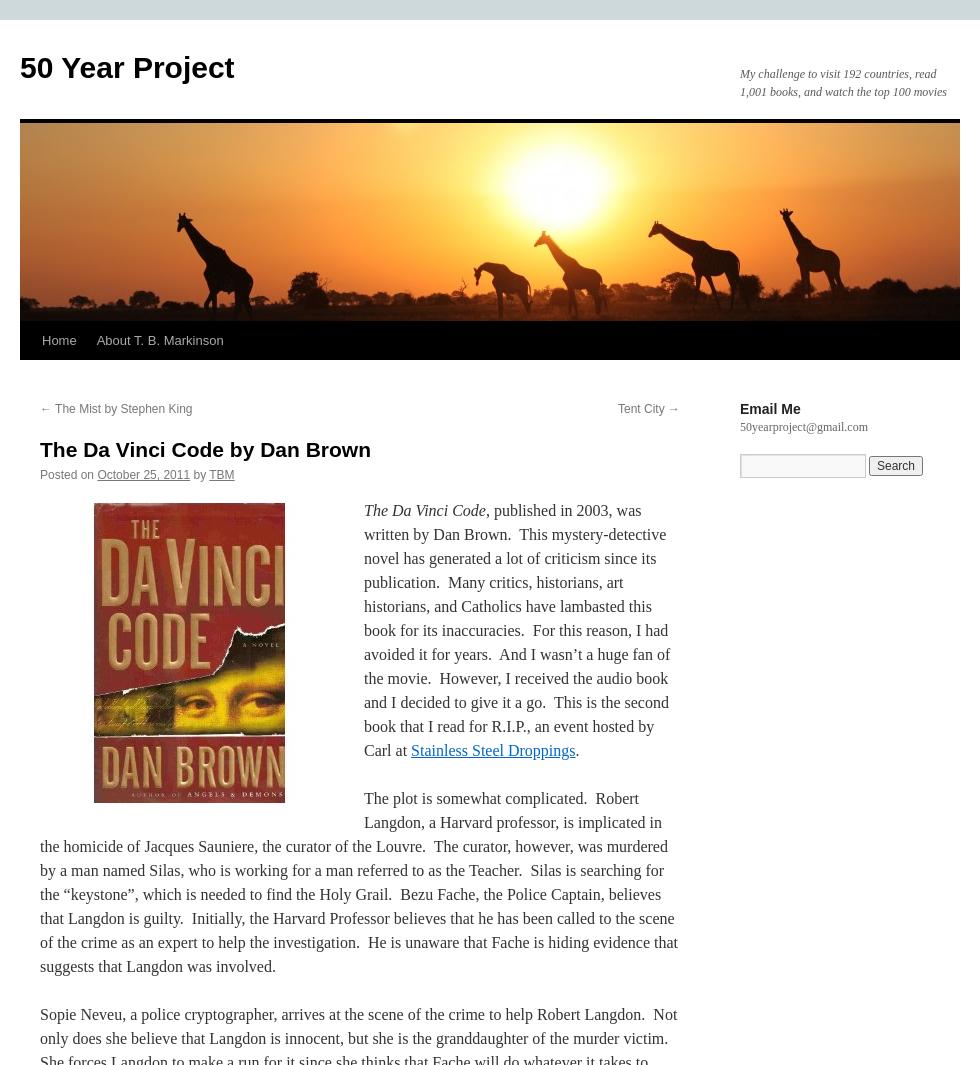  What do you see at coordinates (577, 750) in the screenshot?
I see `'.'` at bounding box center [577, 750].